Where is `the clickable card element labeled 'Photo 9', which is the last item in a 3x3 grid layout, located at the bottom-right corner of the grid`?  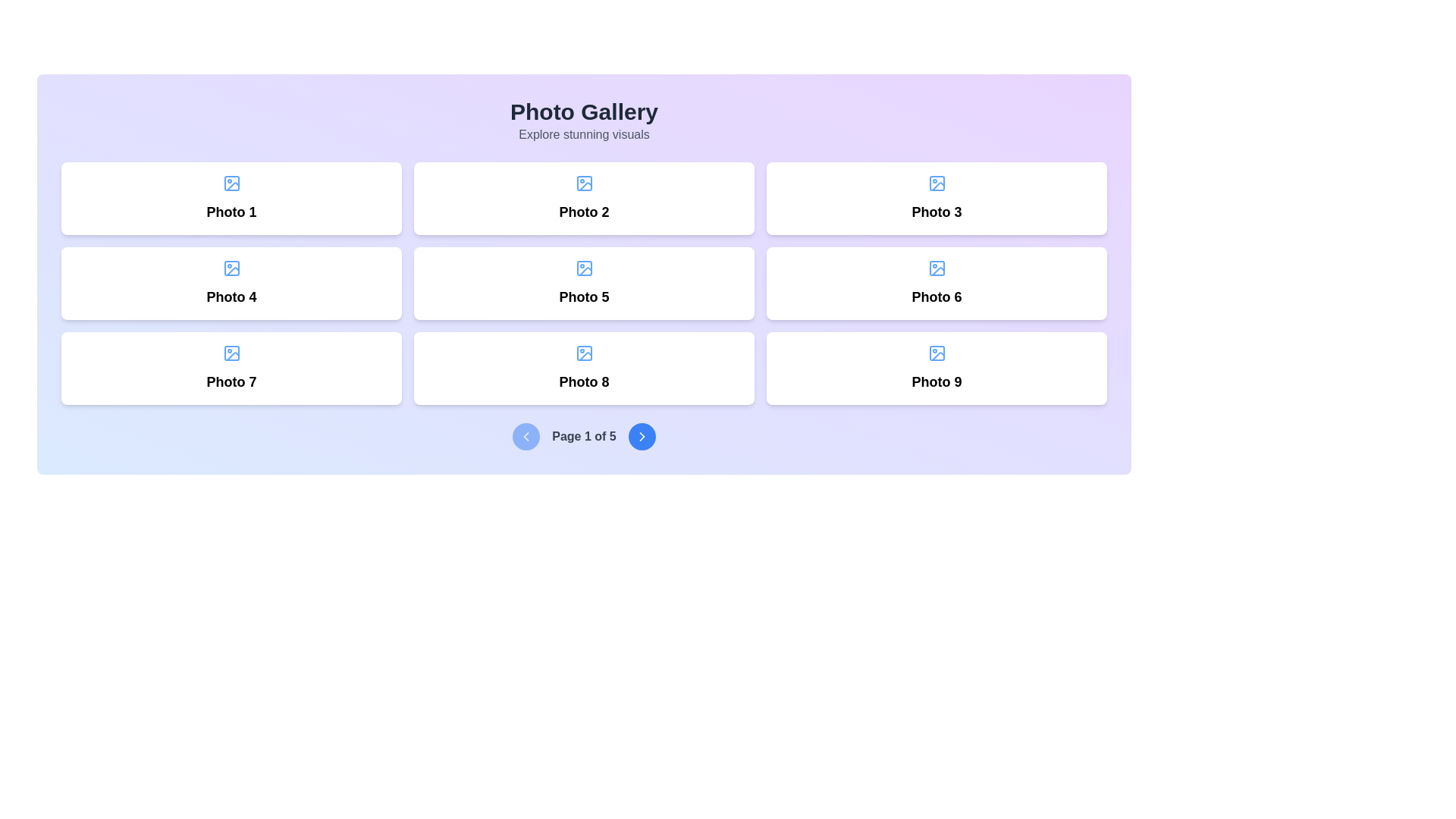
the clickable card element labeled 'Photo 9', which is the last item in a 3x3 grid layout, located at the bottom-right corner of the grid is located at coordinates (936, 369).